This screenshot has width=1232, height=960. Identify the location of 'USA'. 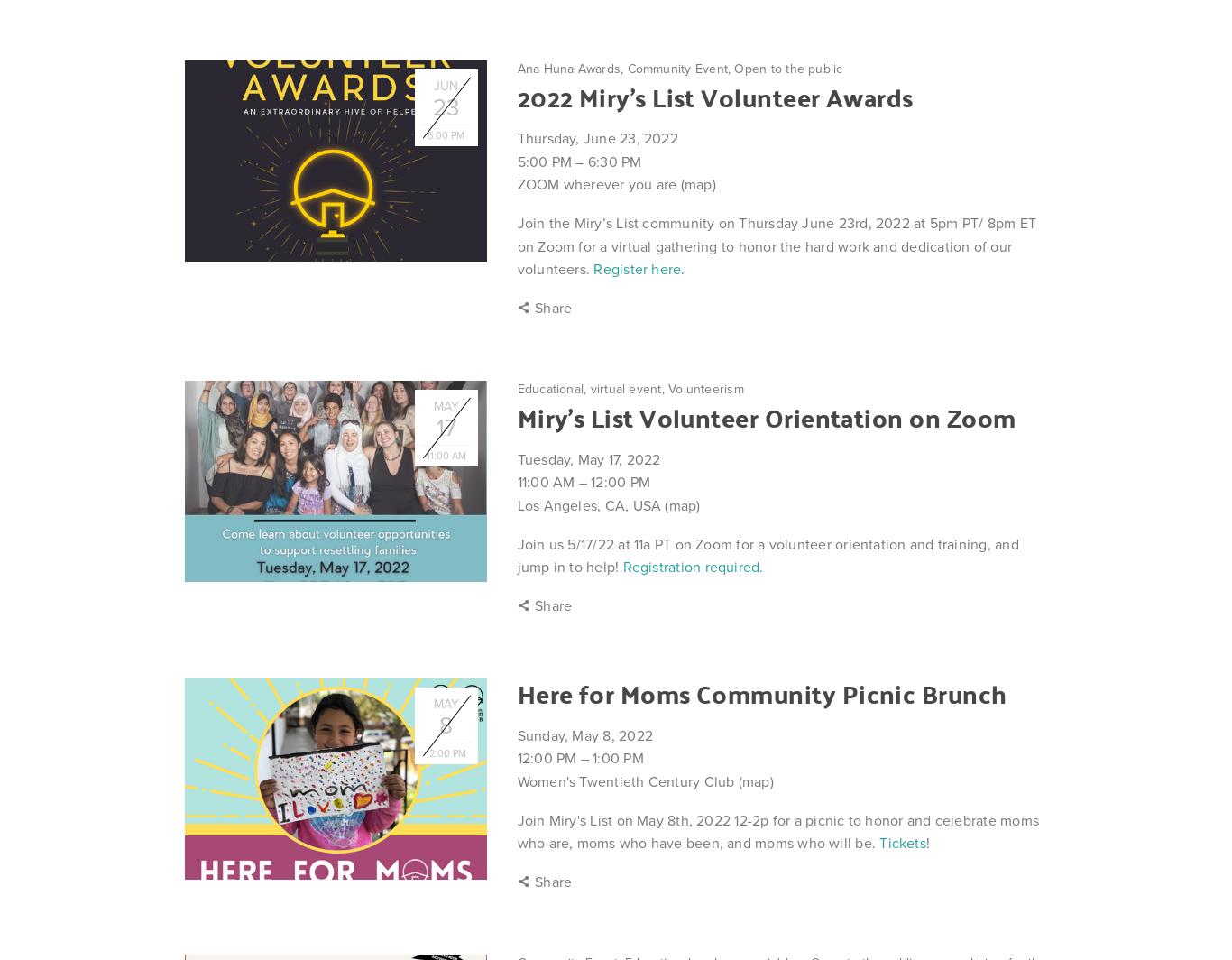
(647, 504).